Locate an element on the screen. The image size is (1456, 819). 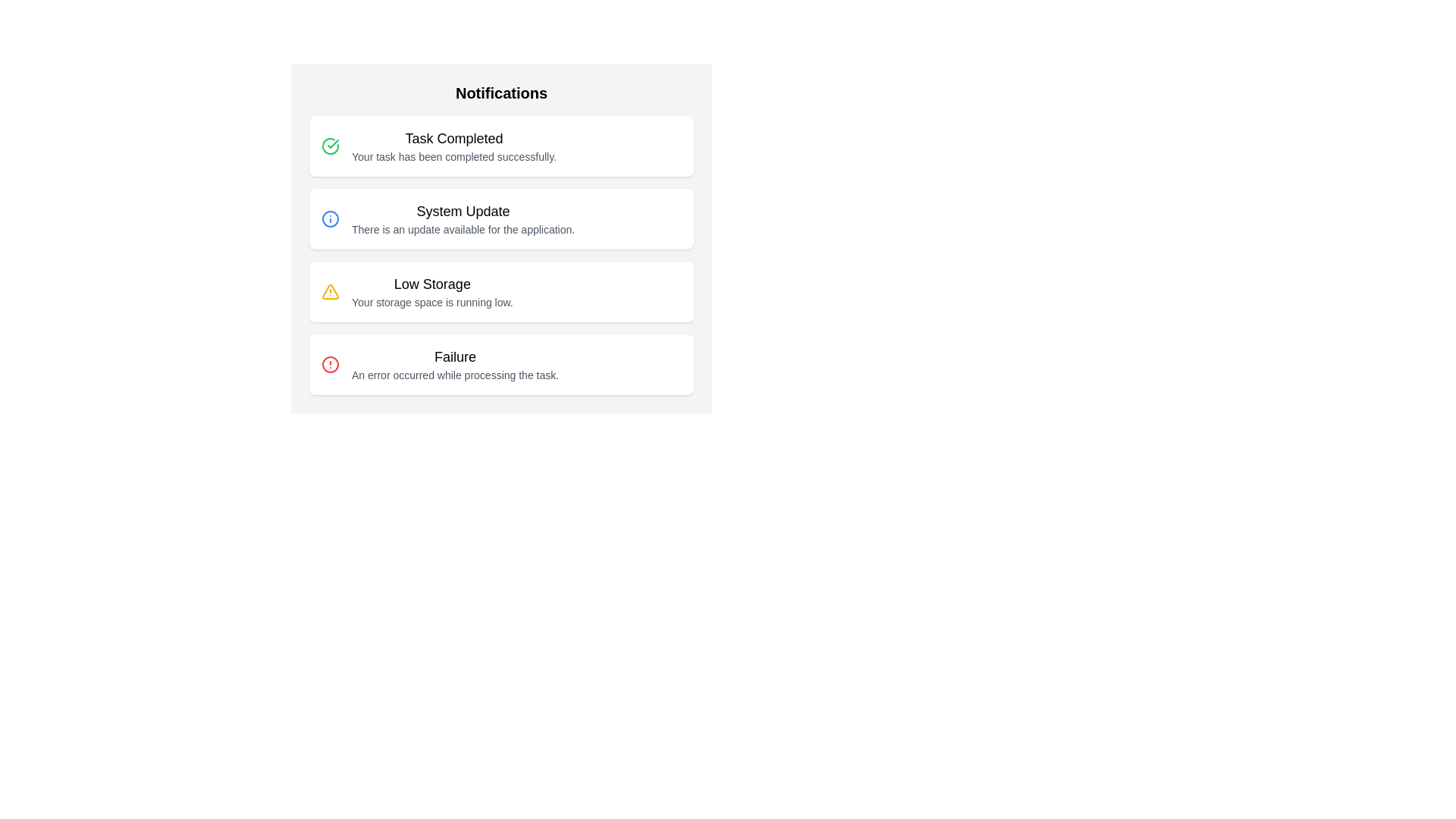
the first success notification box located at the top of the notifications list is located at coordinates (501, 146).